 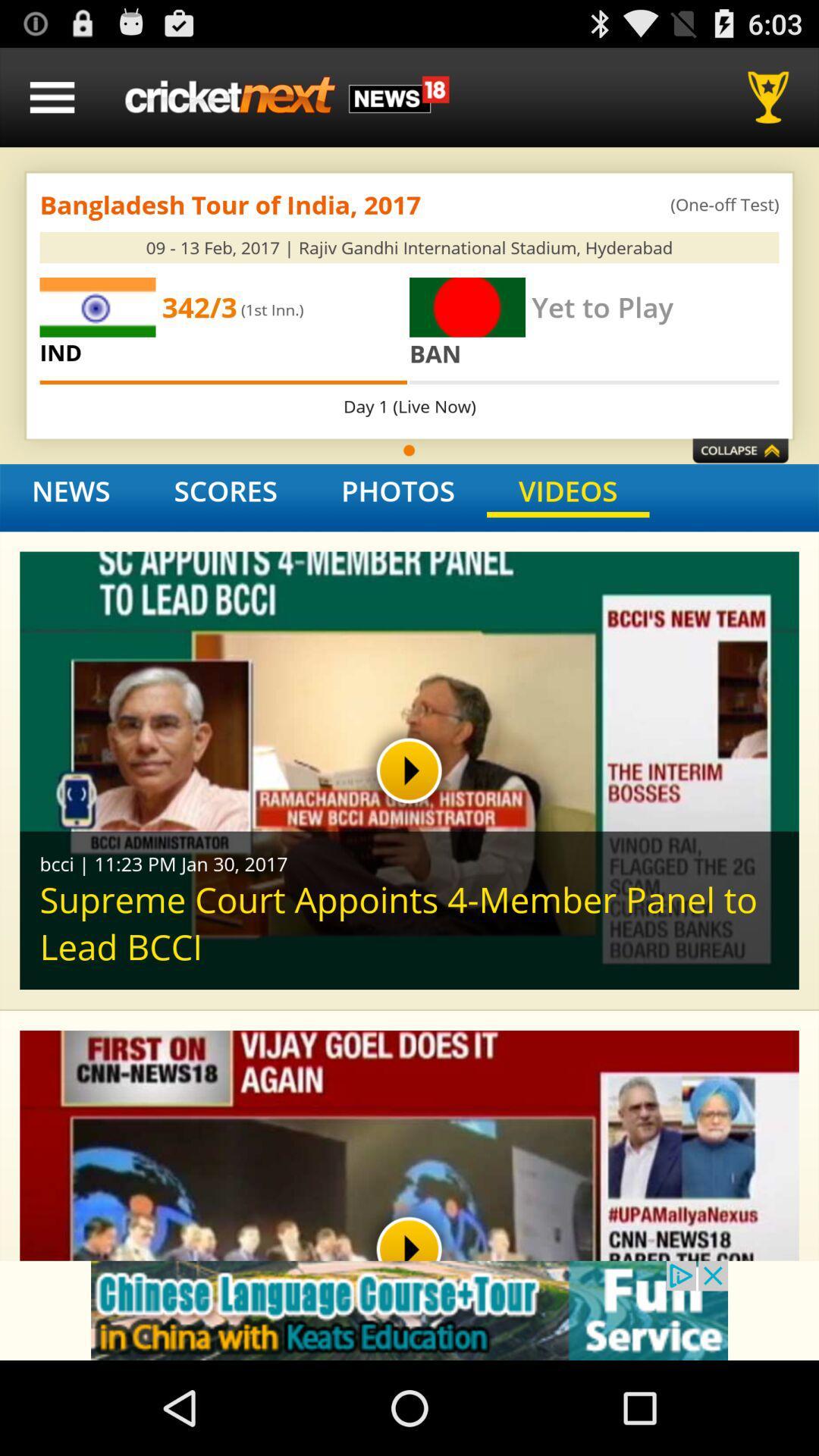 What do you see at coordinates (52, 96) in the screenshot?
I see `open menu` at bounding box center [52, 96].